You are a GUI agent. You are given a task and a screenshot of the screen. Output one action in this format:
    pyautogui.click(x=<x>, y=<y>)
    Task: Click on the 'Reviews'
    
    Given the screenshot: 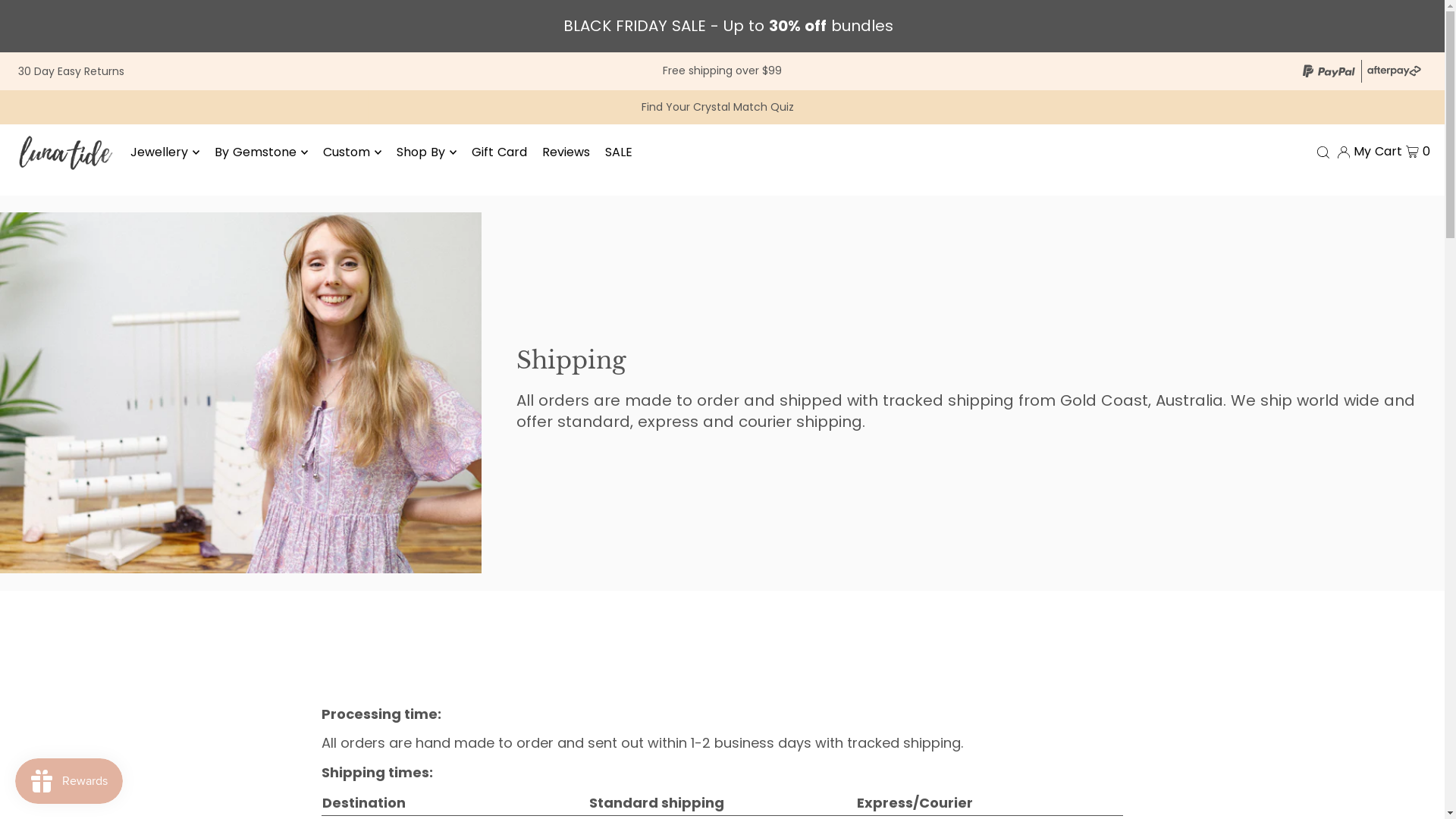 What is the action you would take?
    pyautogui.click(x=542, y=152)
    